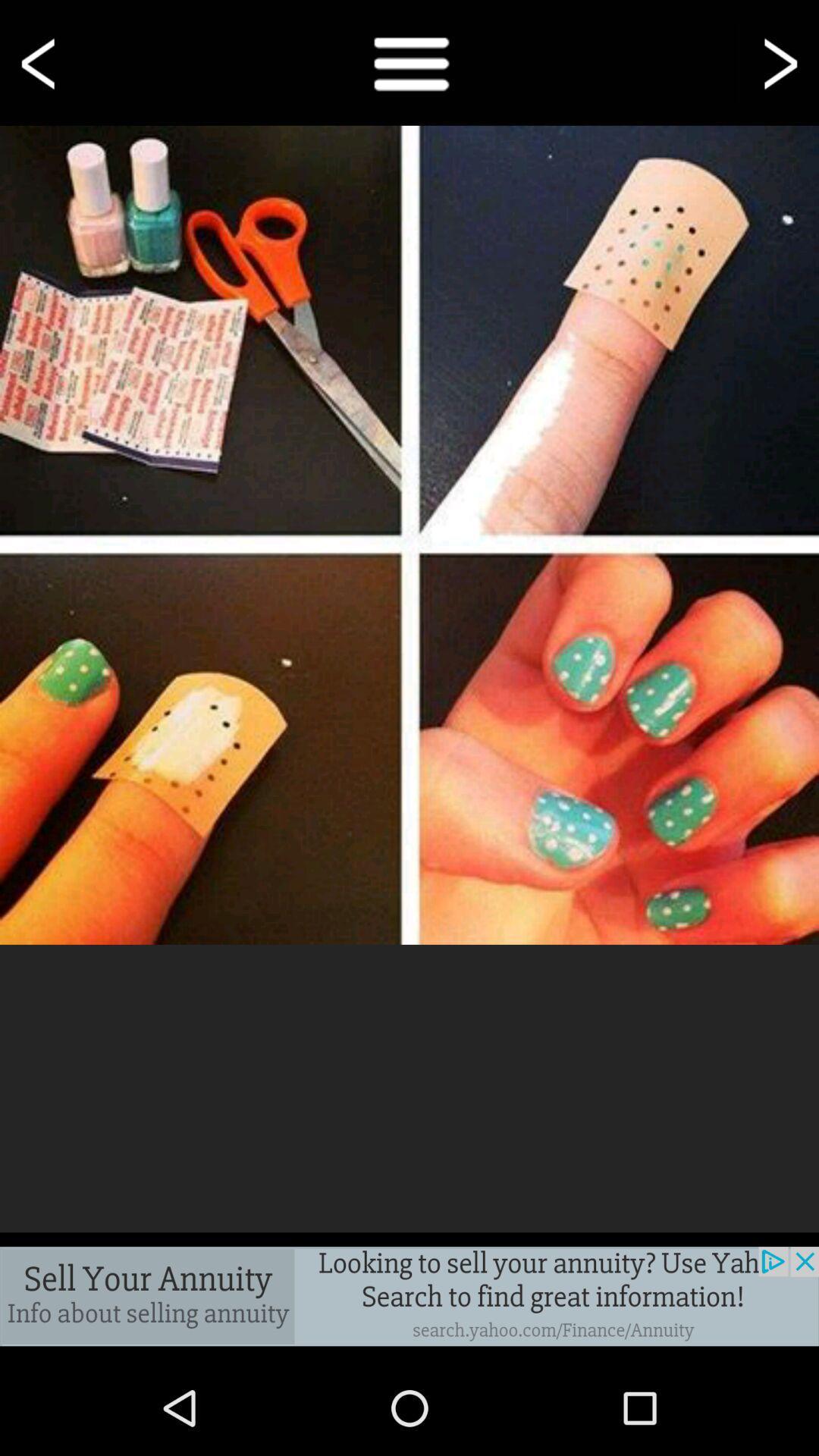 The height and width of the screenshot is (1456, 819). What do you see at coordinates (409, 1295) in the screenshot?
I see `advertisement link to different site` at bounding box center [409, 1295].